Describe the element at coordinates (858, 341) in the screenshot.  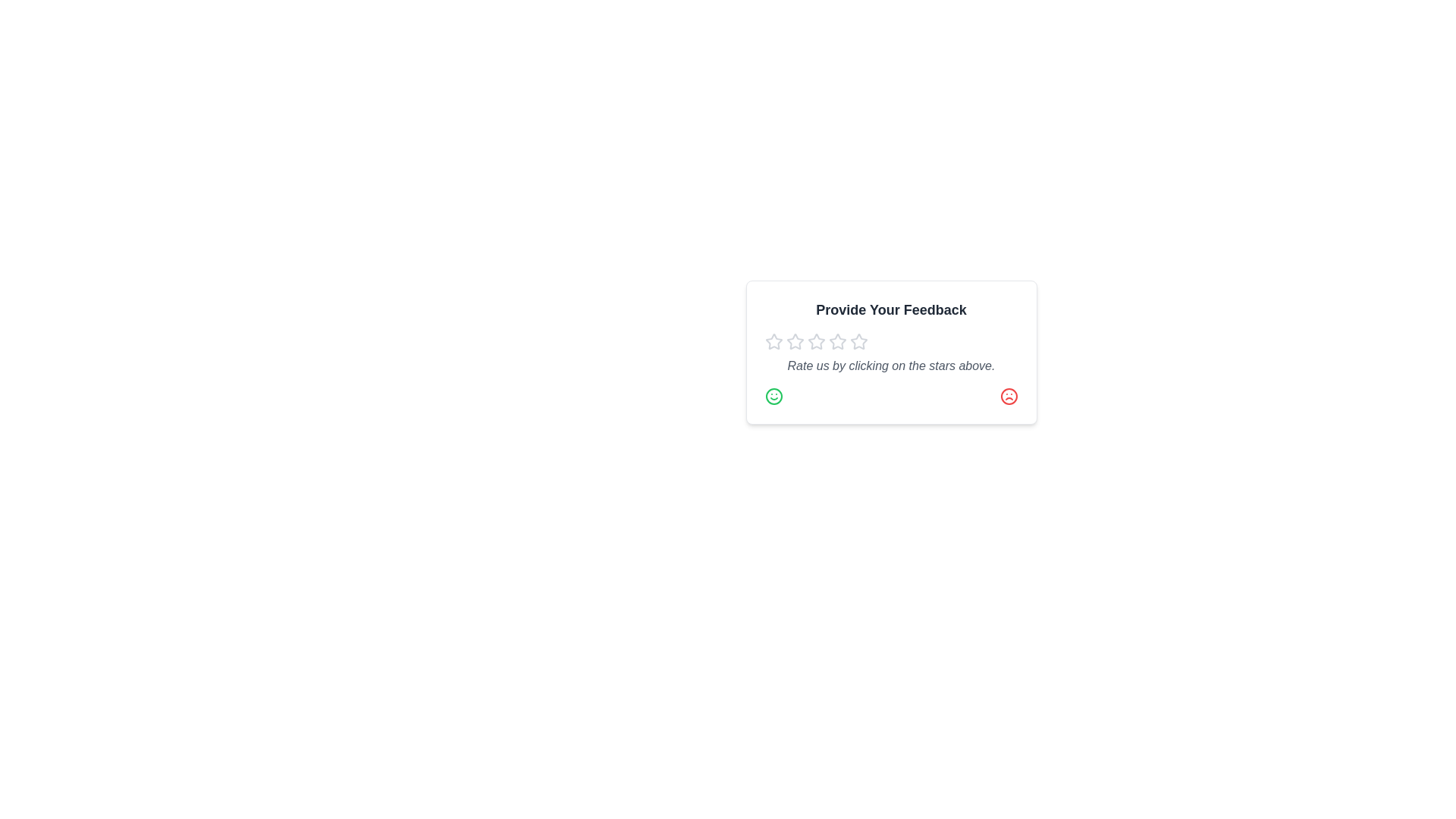
I see `the third star icon in the rating component` at that location.